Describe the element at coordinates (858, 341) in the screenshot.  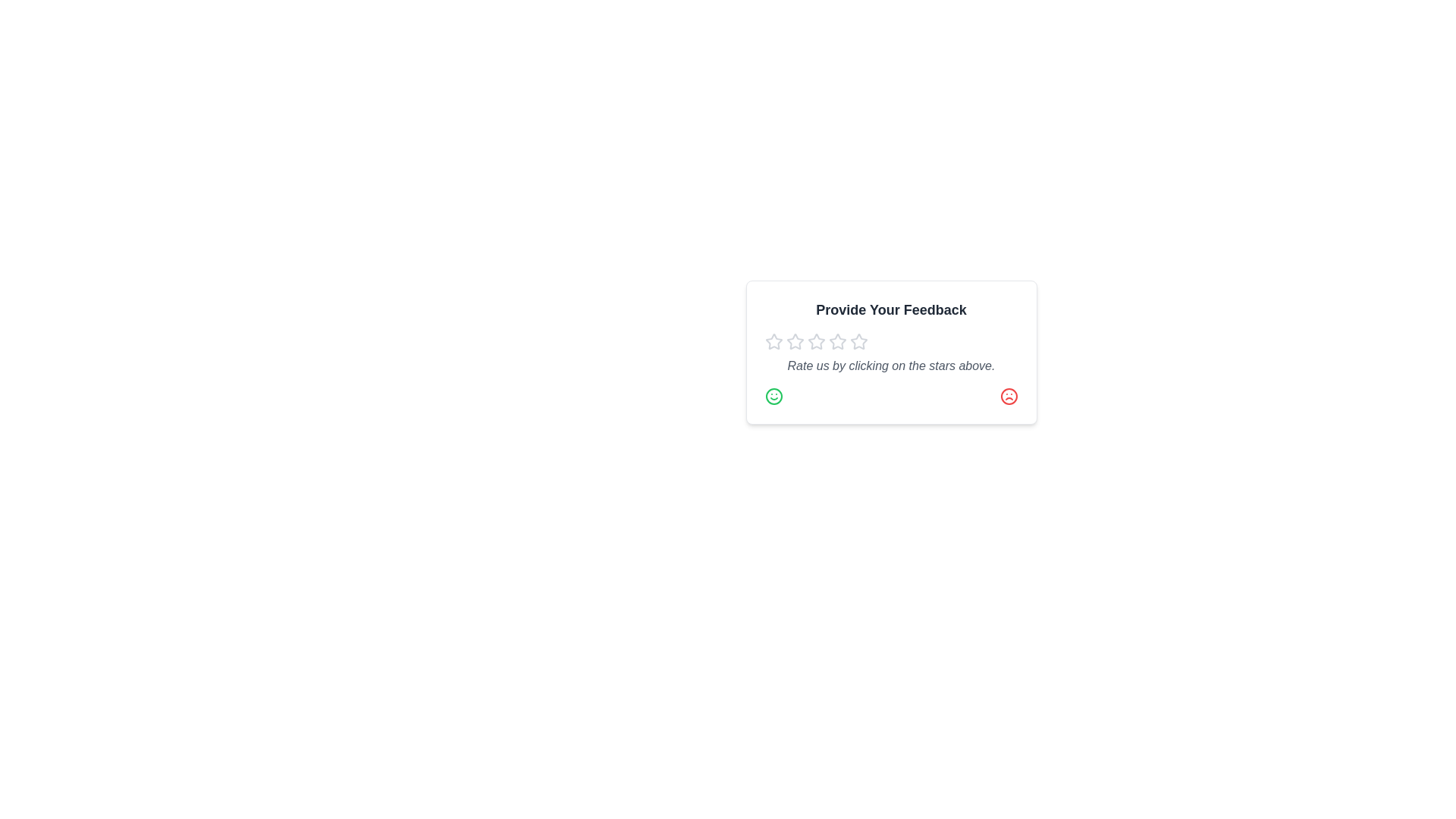
I see `the third star icon in the rating component` at that location.